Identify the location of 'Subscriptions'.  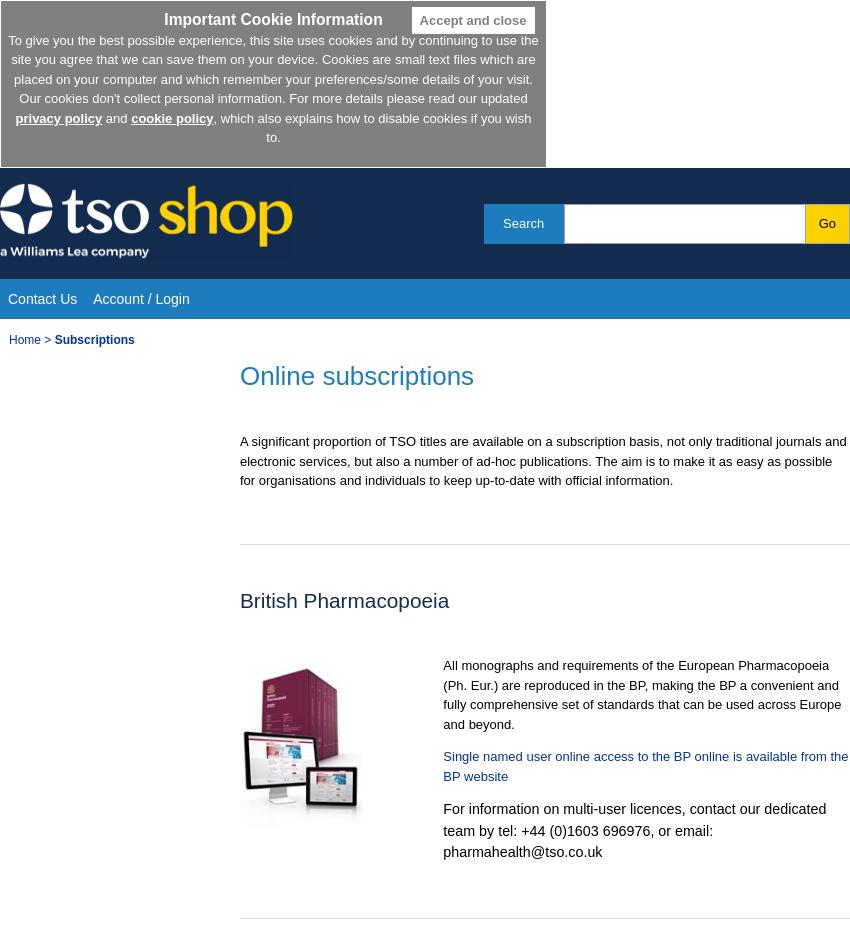
(93, 338).